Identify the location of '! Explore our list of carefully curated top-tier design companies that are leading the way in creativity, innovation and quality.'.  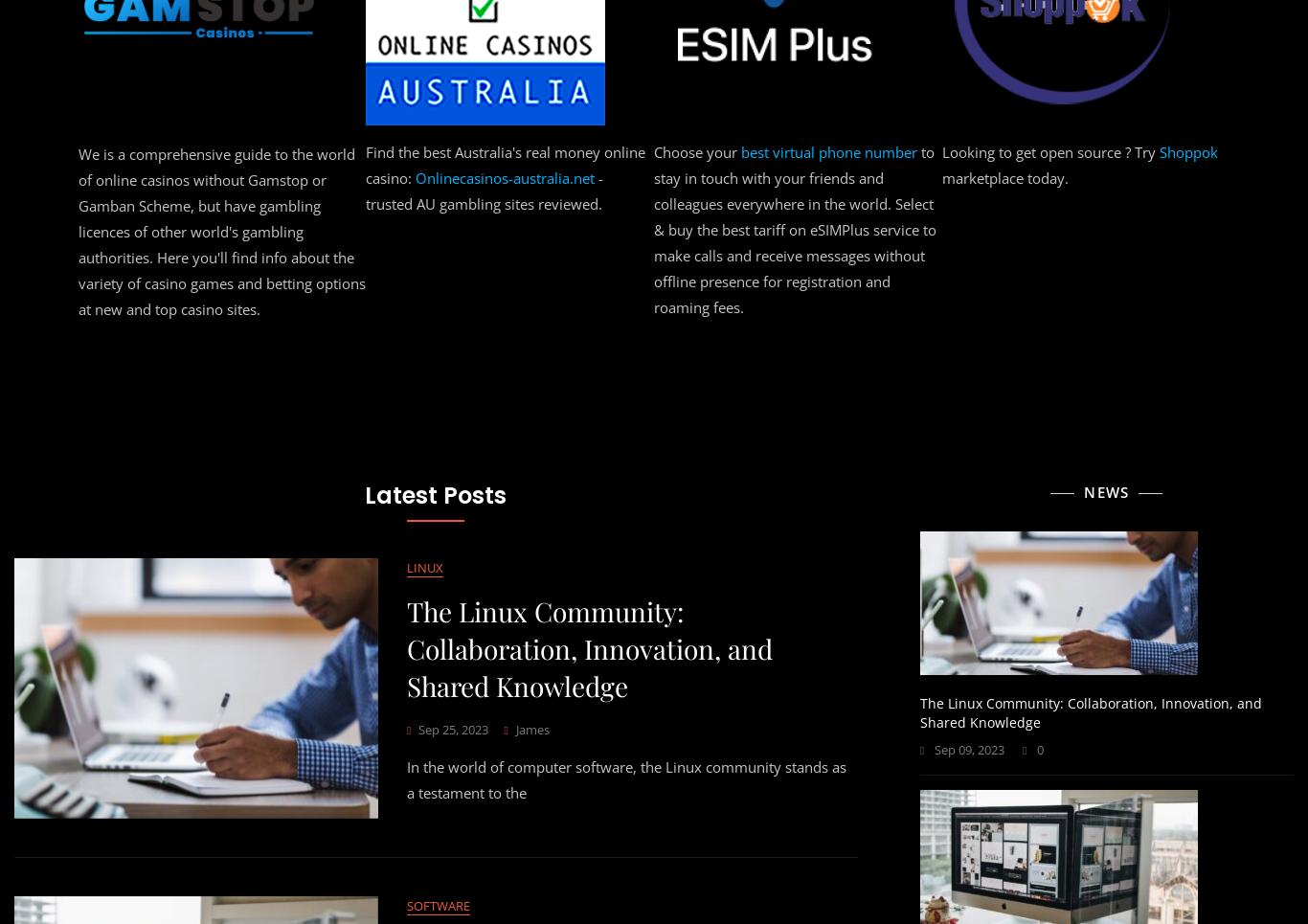
(628, 191).